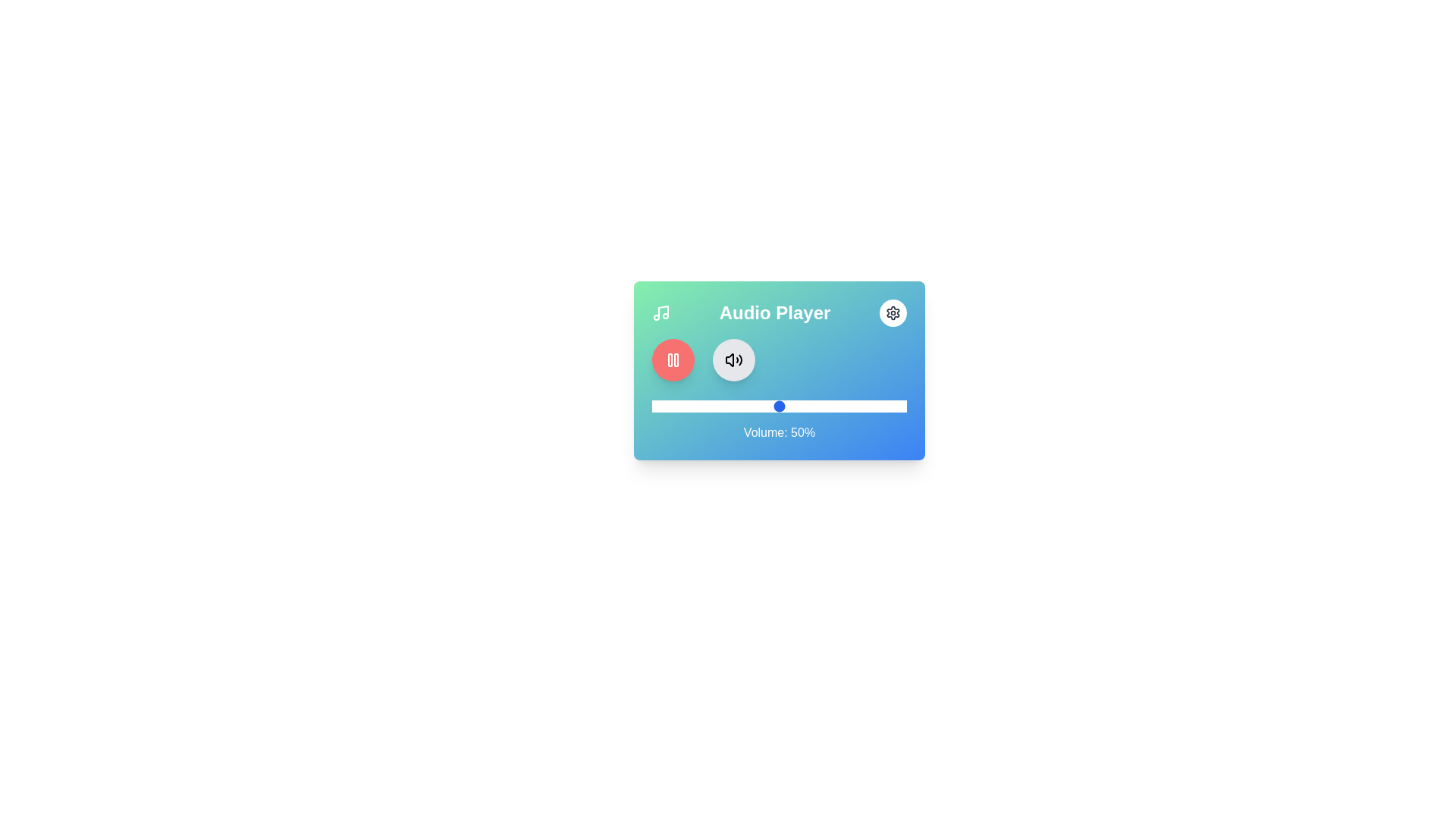 This screenshot has height=819, width=1456. Describe the element at coordinates (827, 406) in the screenshot. I see `the slider value` at that location.